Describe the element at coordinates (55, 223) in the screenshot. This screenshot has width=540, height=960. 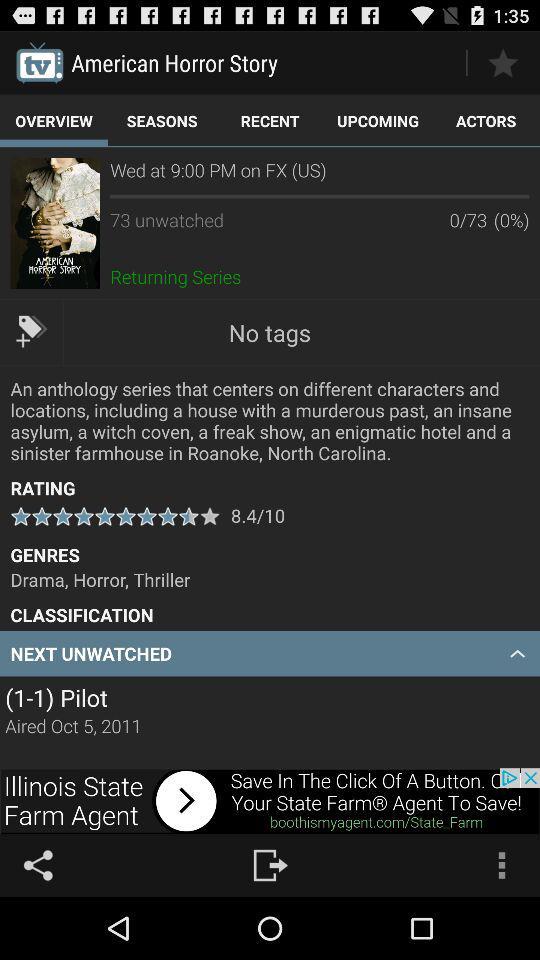
I see `image` at that location.